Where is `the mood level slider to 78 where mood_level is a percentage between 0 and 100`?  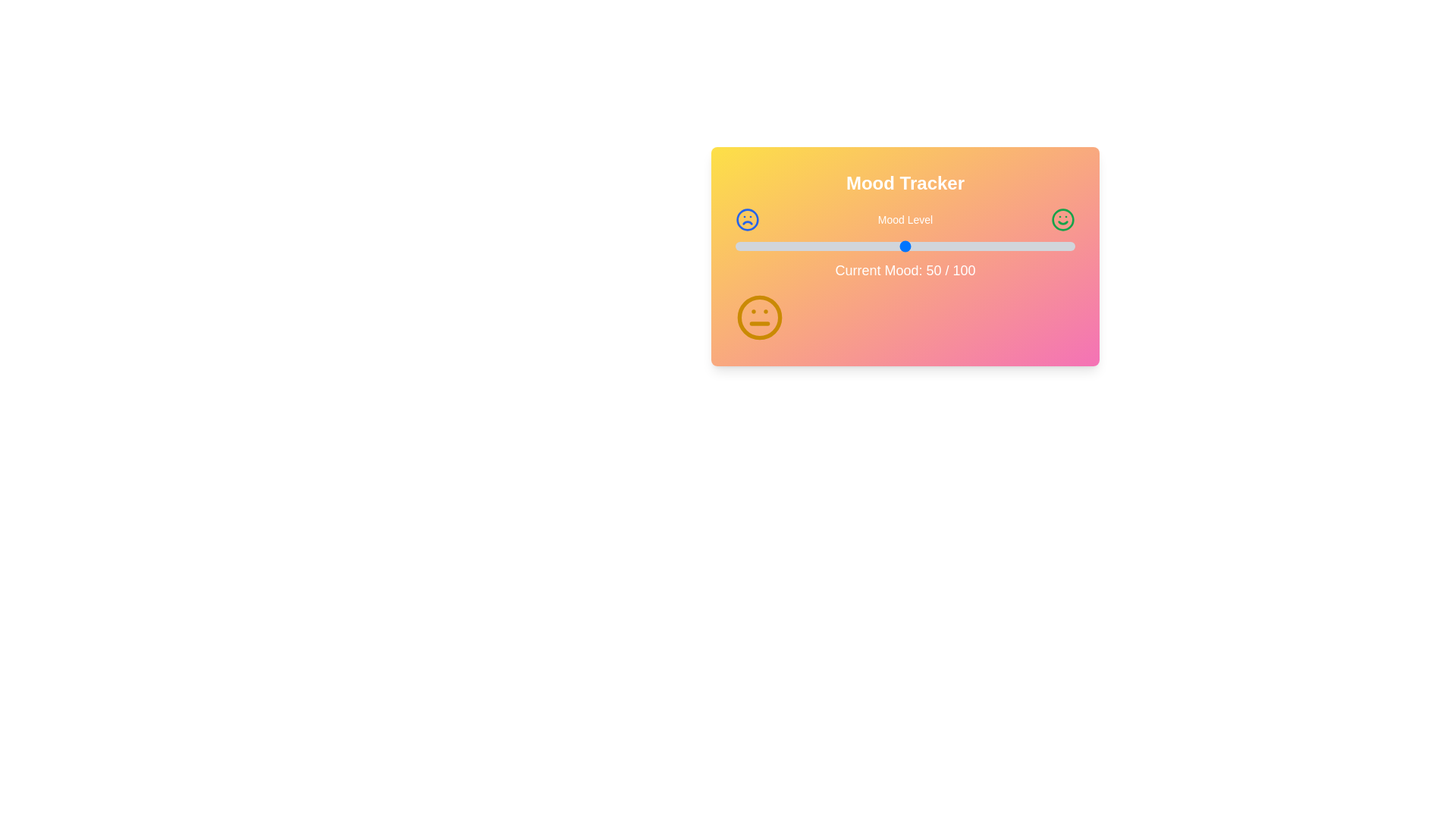 the mood level slider to 78 where mood_level is a percentage between 0 and 100 is located at coordinates (1000, 245).